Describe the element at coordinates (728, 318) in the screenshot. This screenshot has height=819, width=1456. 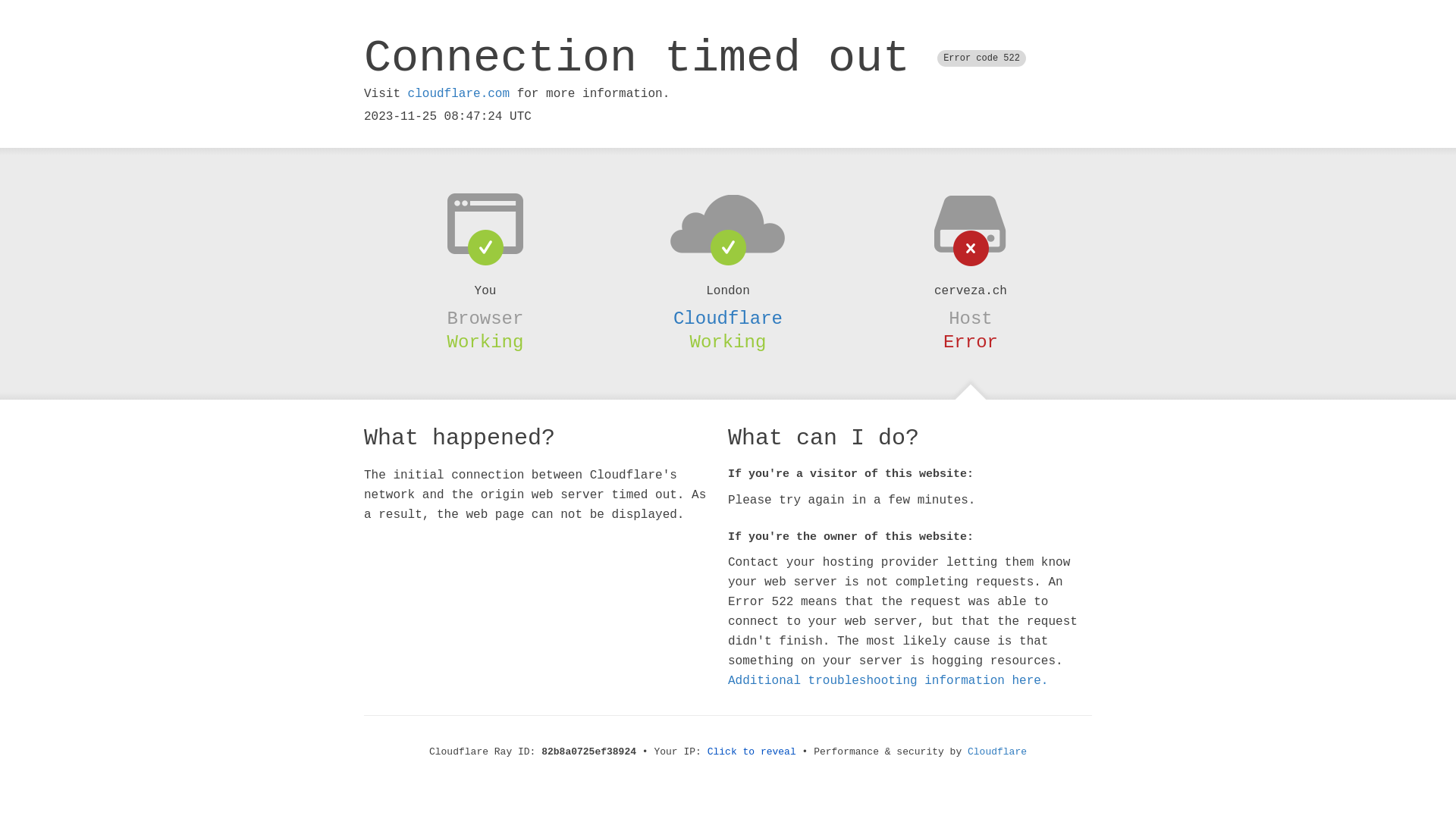
I see `'Cloudflare'` at that location.